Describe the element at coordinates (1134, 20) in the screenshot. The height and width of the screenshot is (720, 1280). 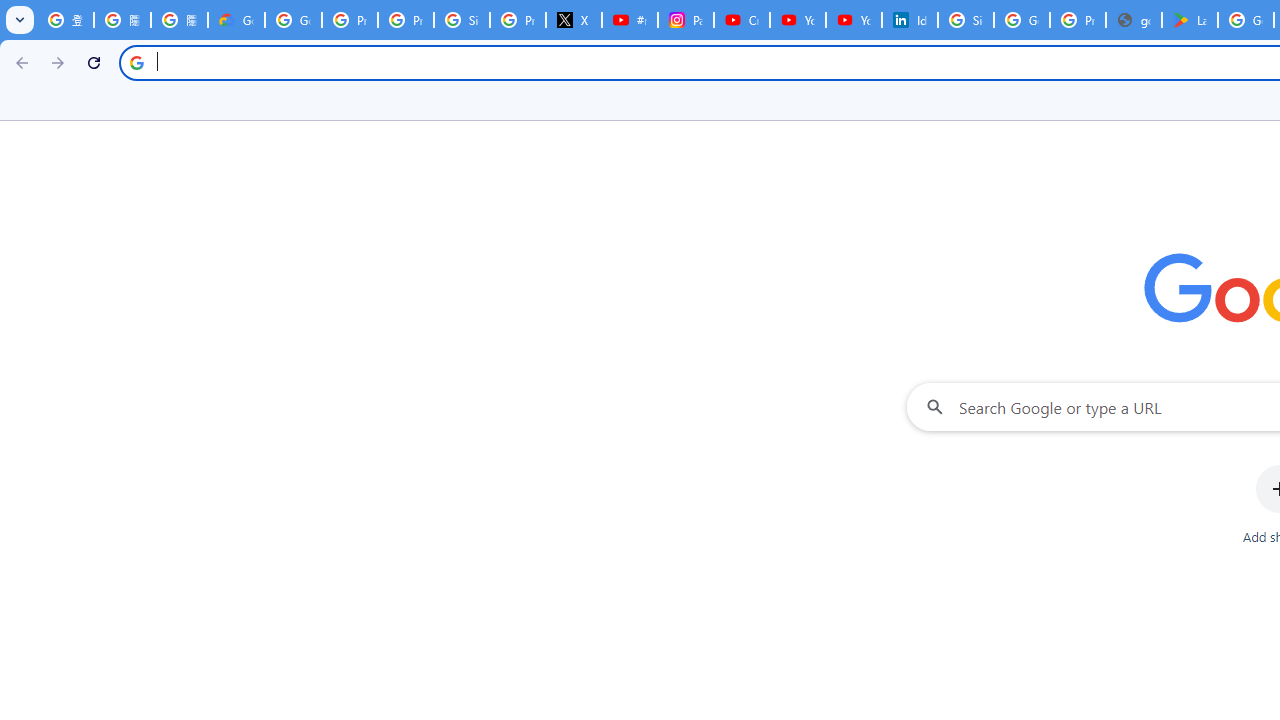
I see `'google_privacy_policy_en.pdf'` at that location.